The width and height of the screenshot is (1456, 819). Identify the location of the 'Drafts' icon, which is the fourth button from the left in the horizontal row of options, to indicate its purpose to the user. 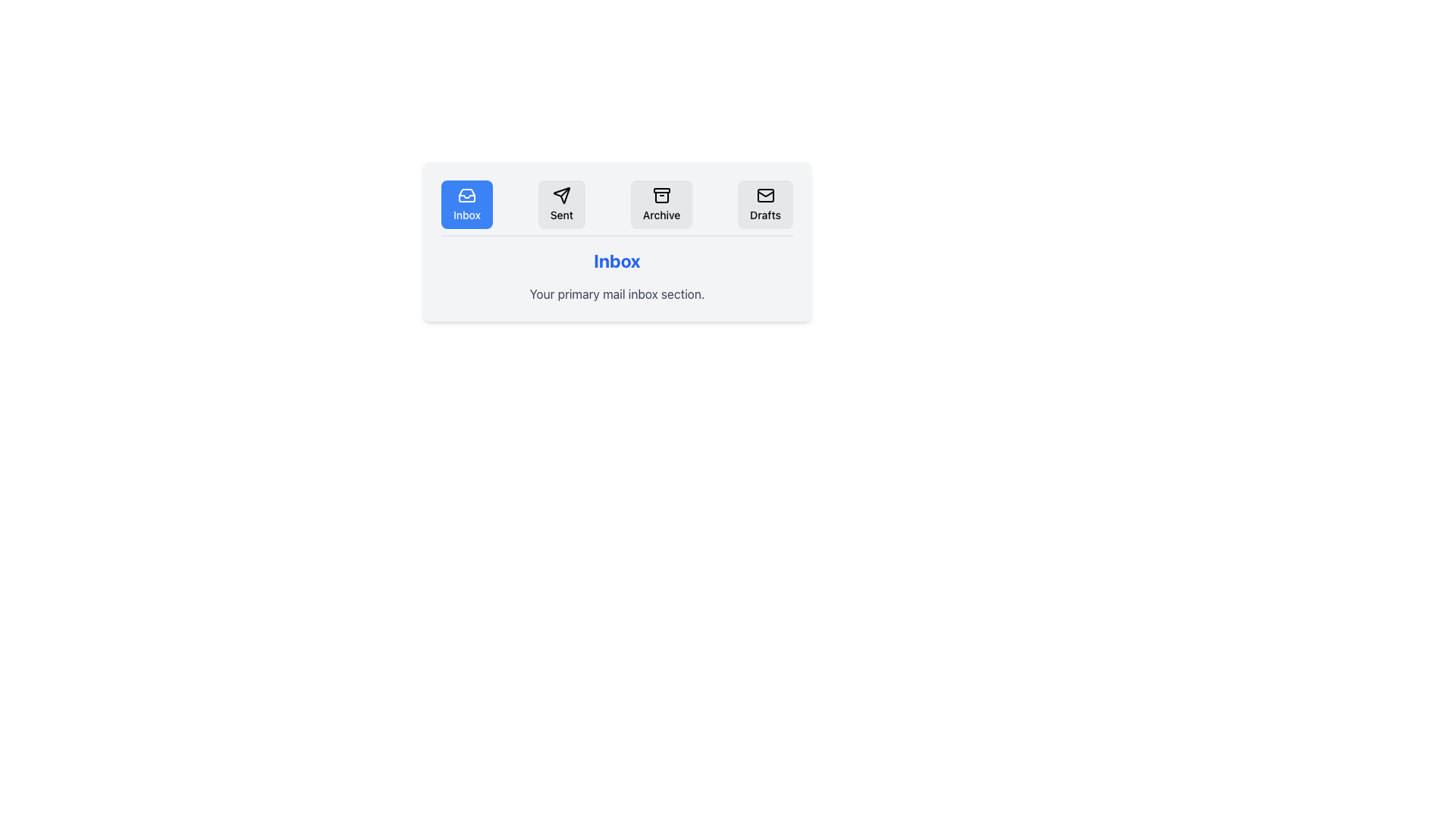
(765, 195).